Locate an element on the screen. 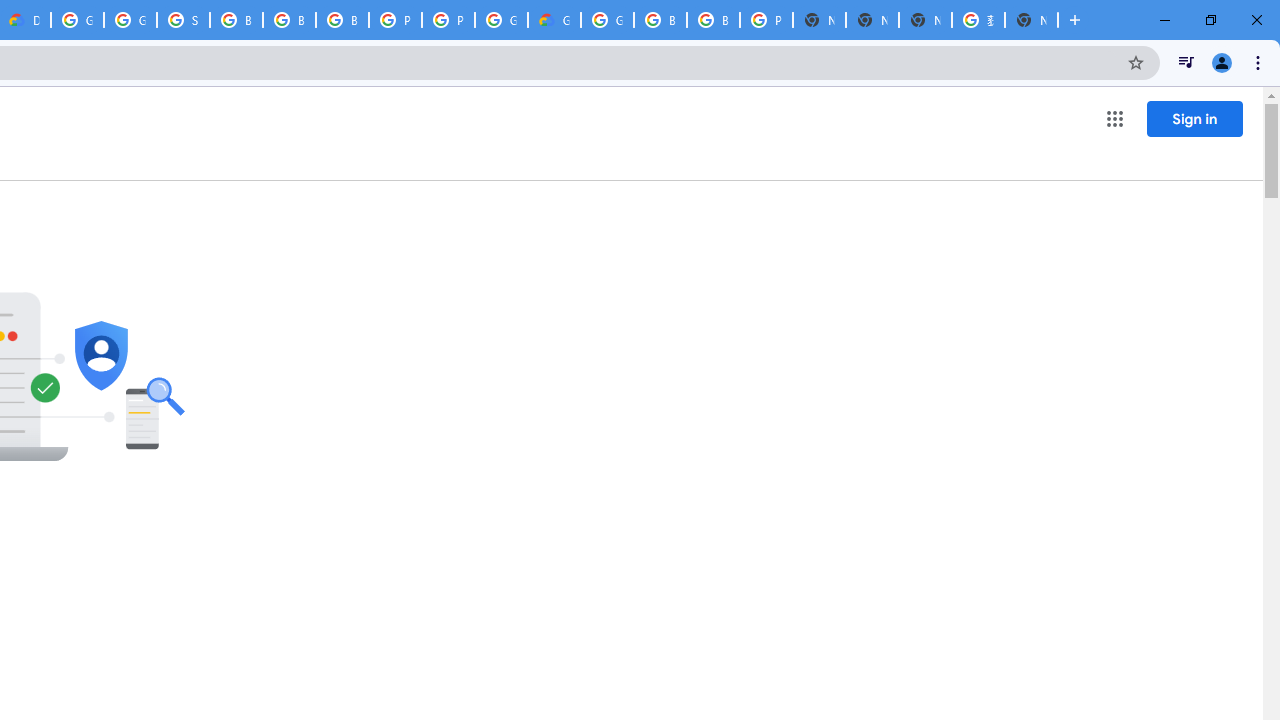  'New Tab' is located at coordinates (1031, 20).